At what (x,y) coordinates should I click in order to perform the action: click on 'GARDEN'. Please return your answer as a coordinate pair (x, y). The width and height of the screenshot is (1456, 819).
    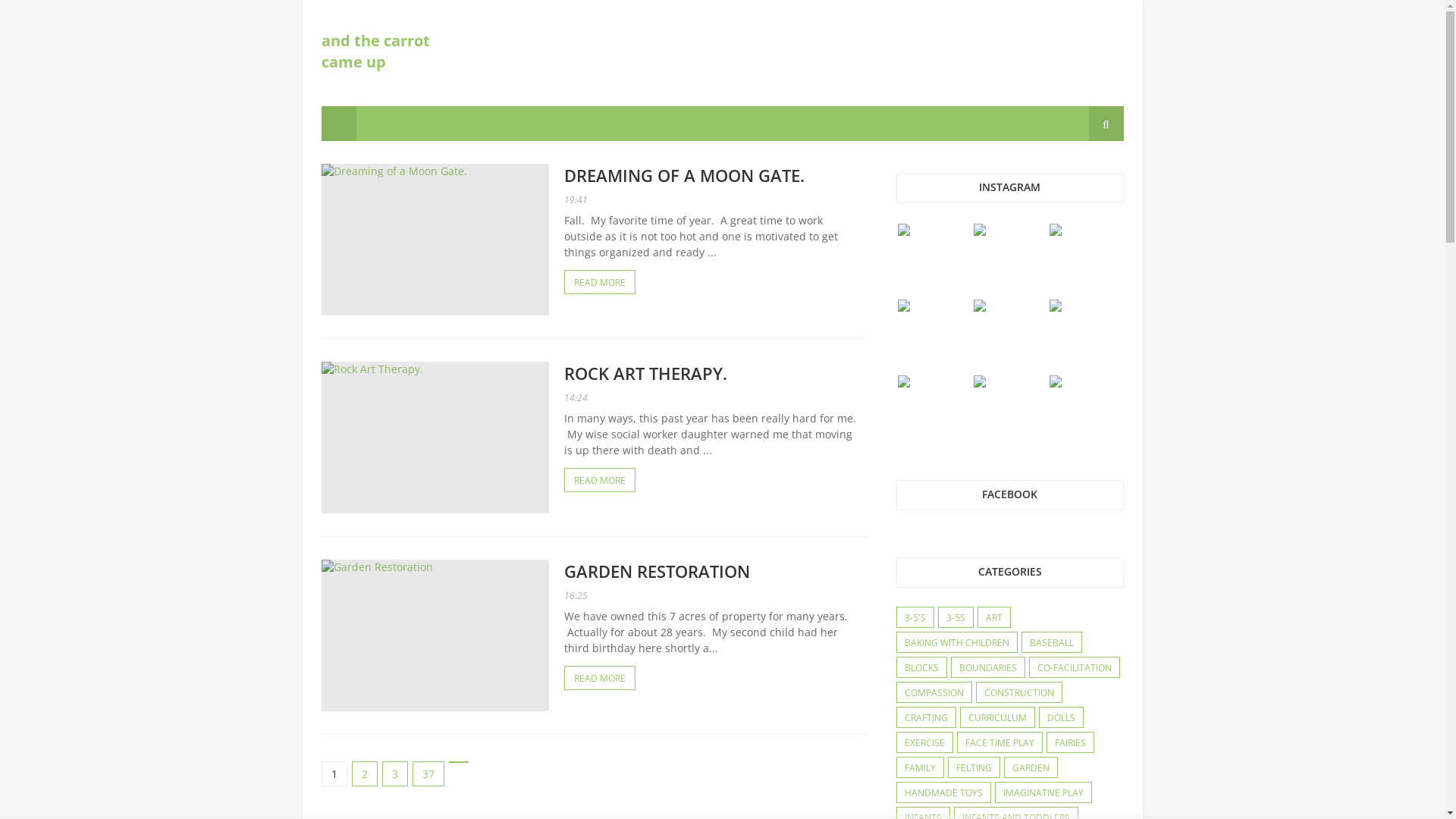
    Looking at the image, I should click on (1030, 768).